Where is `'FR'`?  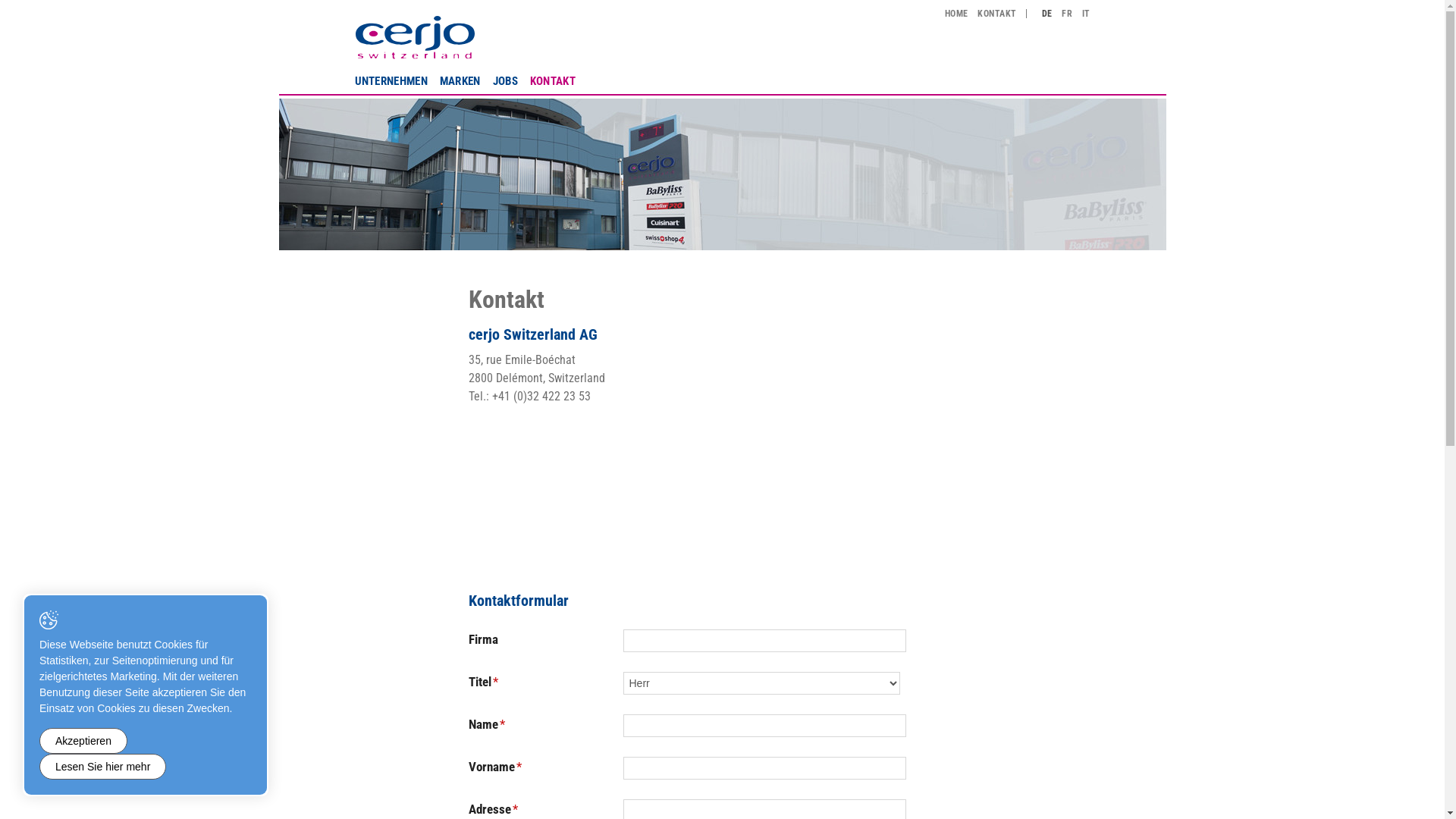 'FR' is located at coordinates (1065, 14).